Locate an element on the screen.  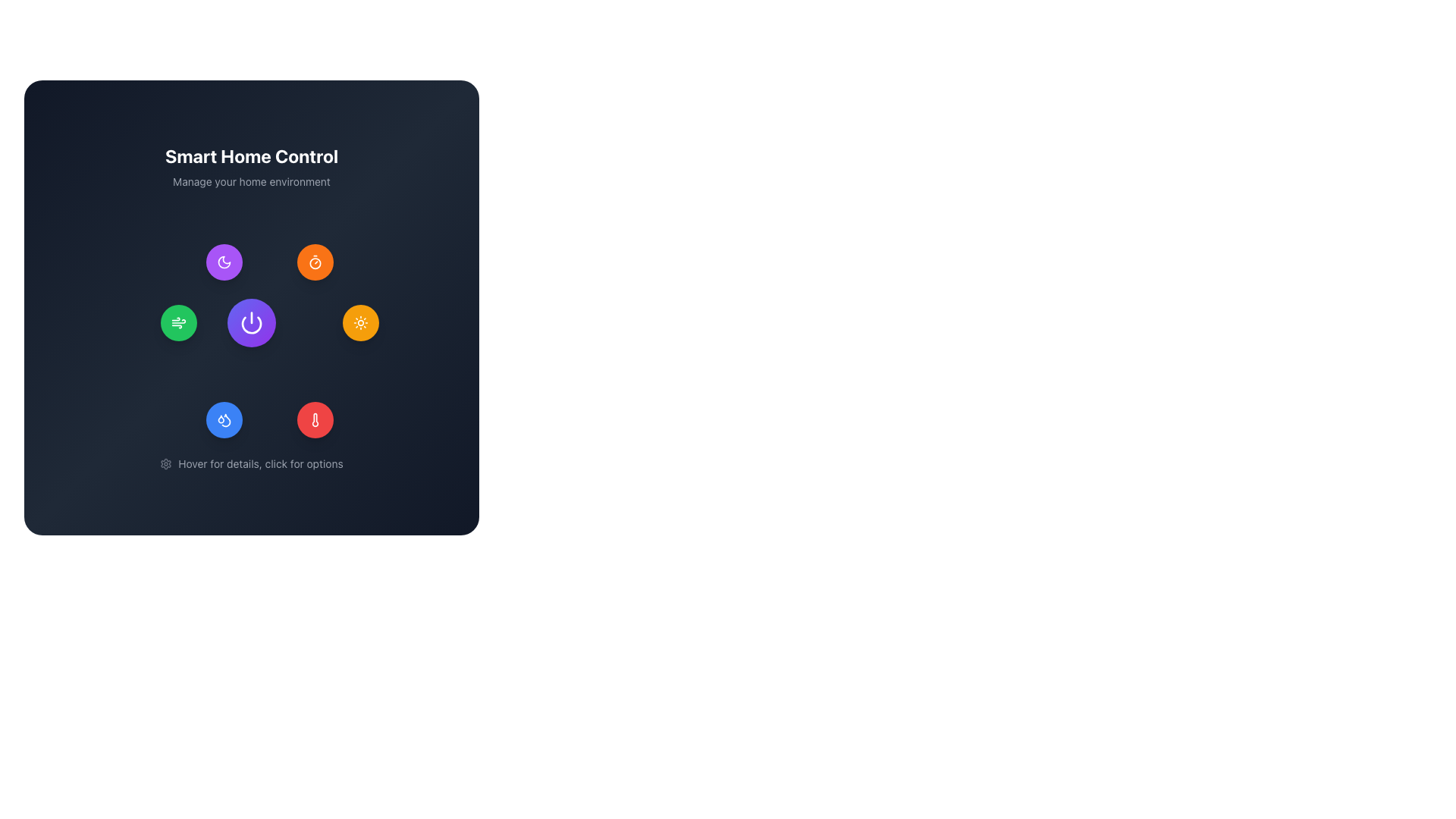
the circular button with a gradient background and a power button icon at its center is located at coordinates (251, 322).